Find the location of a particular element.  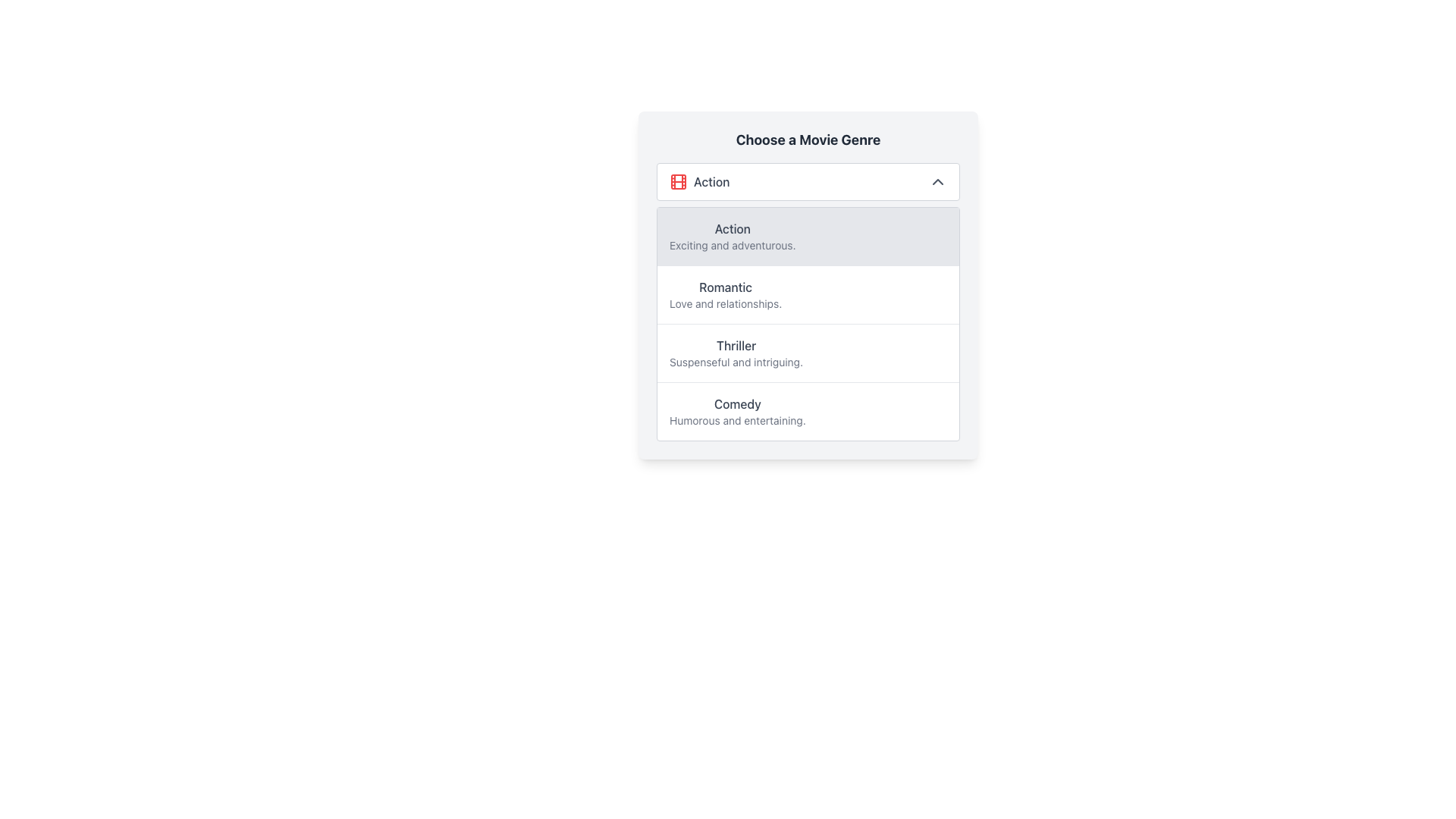

to select the 'Action' menu option in the dropdown labeled 'Choose a Movie Genre' is located at coordinates (732, 237).